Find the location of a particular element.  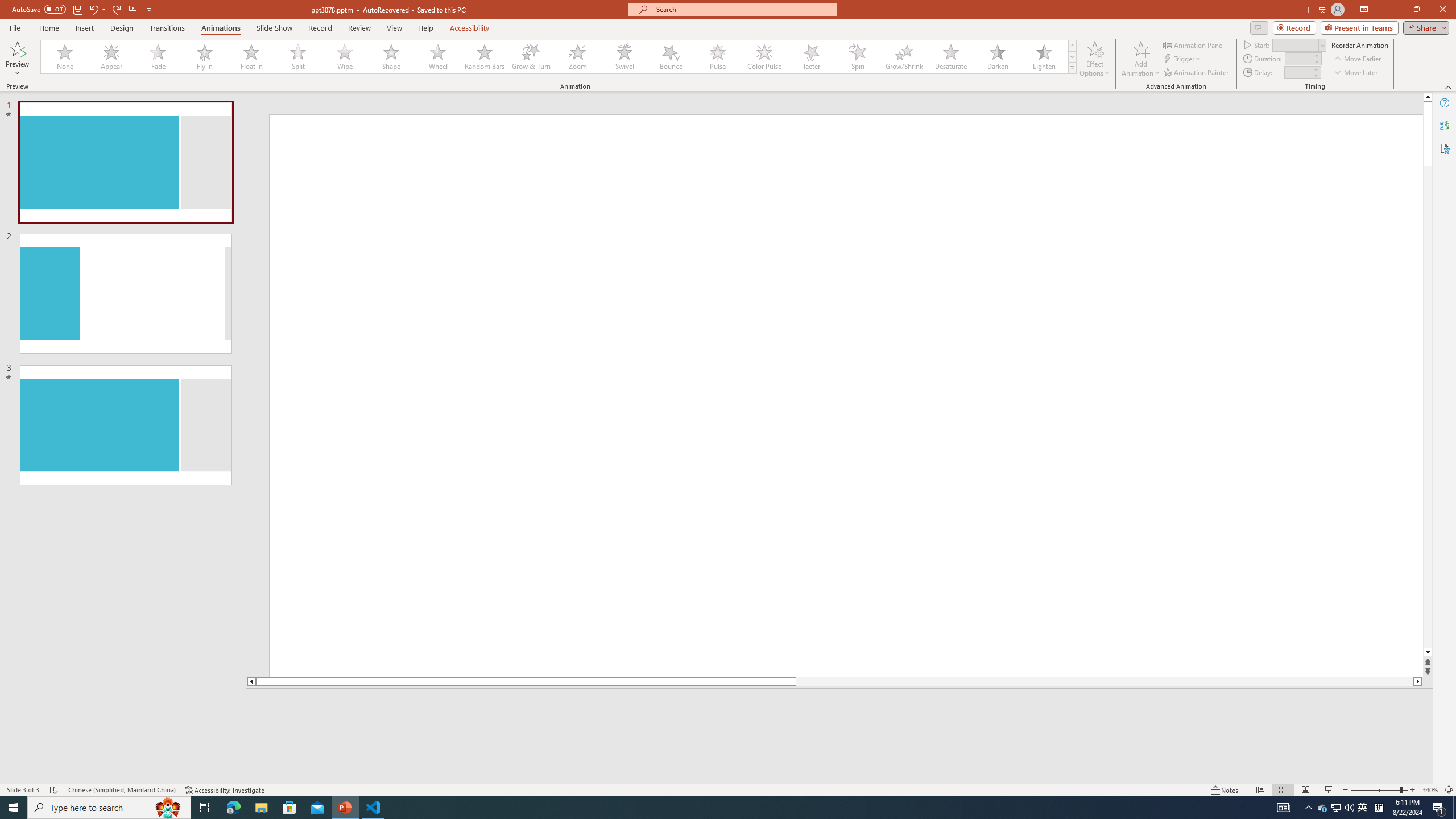

'Bounce' is located at coordinates (671, 56).